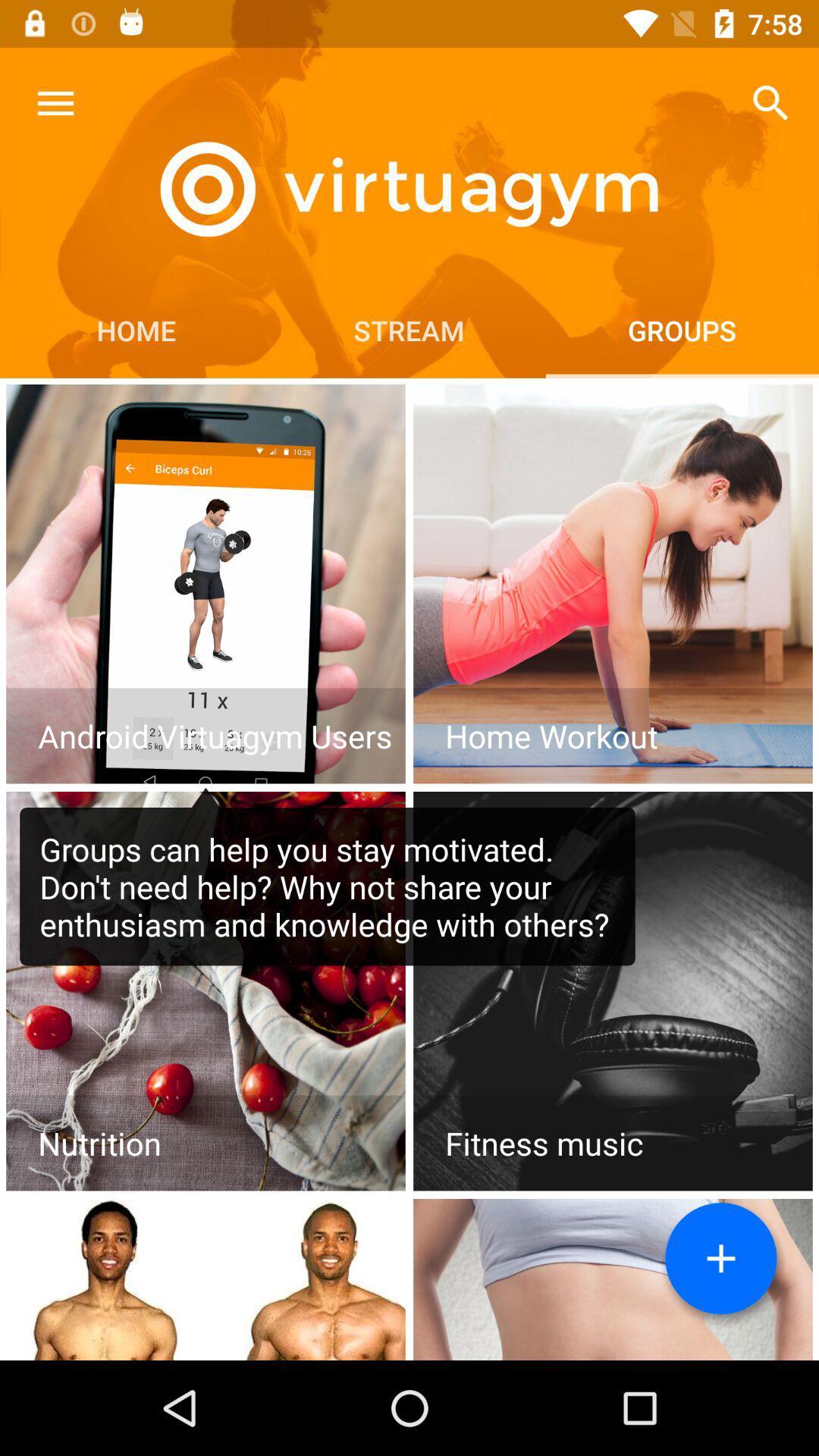 This screenshot has width=819, height=1456. I want to click on topic, so click(206, 583).